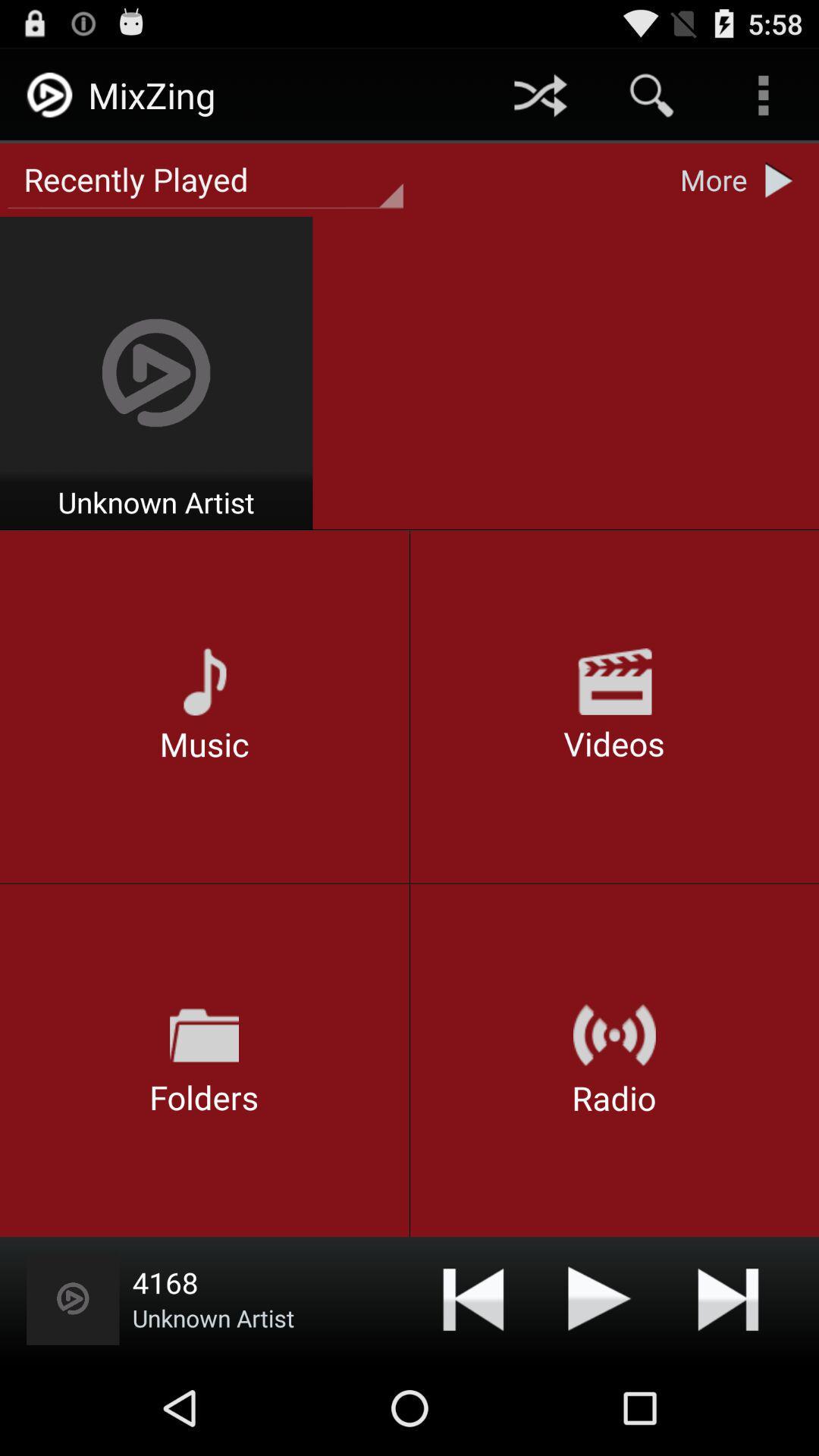 The image size is (819, 1456). What do you see at coordinates (472, 1298) in the screenshot?
I see `the forward` at bounding box center [472, 1298].